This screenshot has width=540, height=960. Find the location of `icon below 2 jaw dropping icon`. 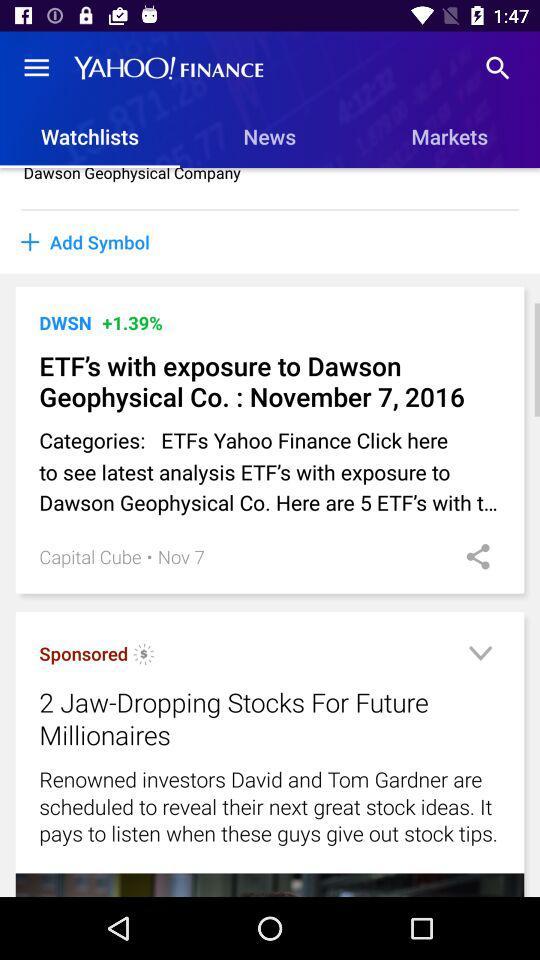

icon below 2 jaw dropping icon is located at coordinates (270, 806).